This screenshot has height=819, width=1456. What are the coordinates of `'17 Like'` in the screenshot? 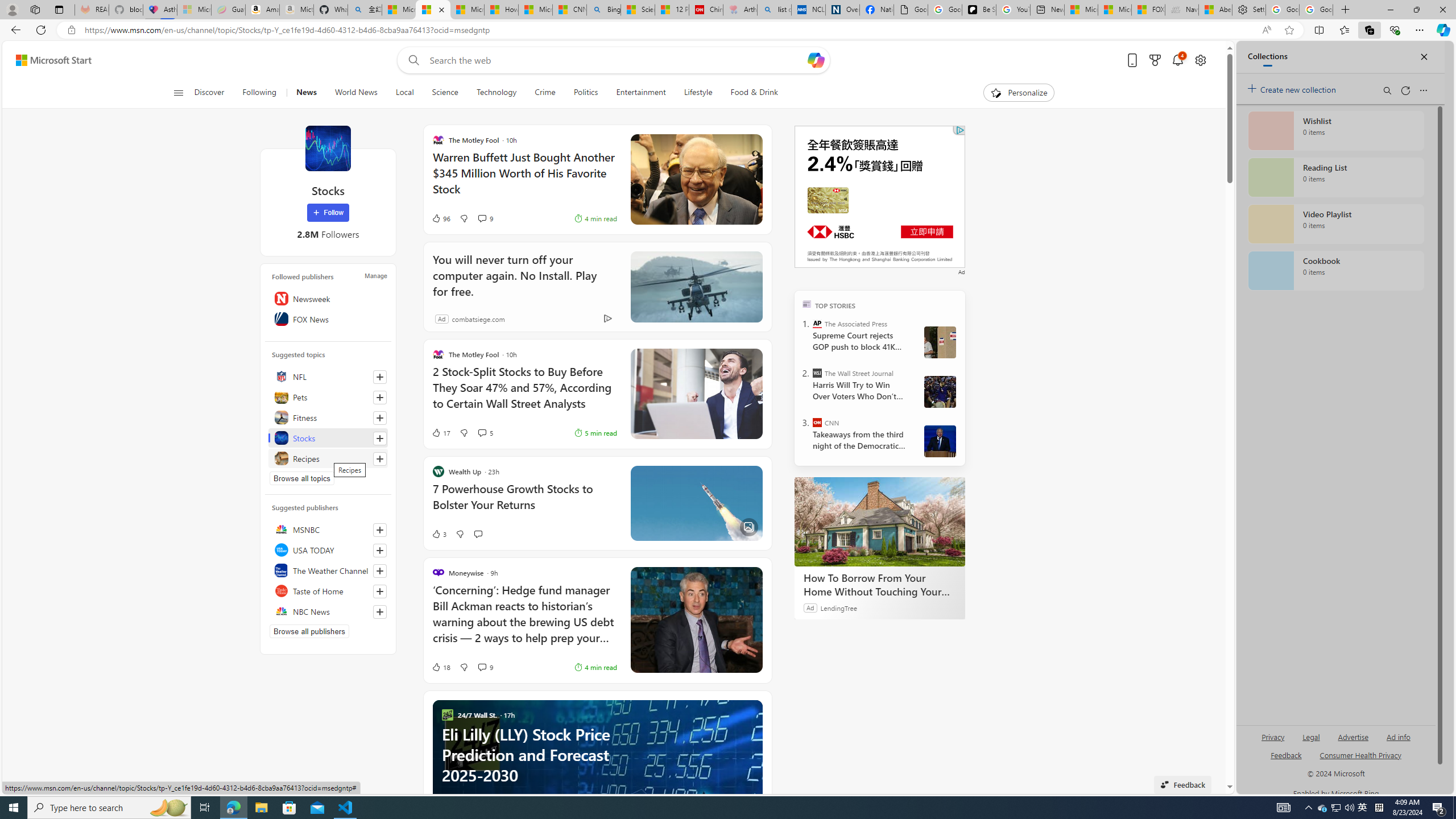 It's located at (440, 433).